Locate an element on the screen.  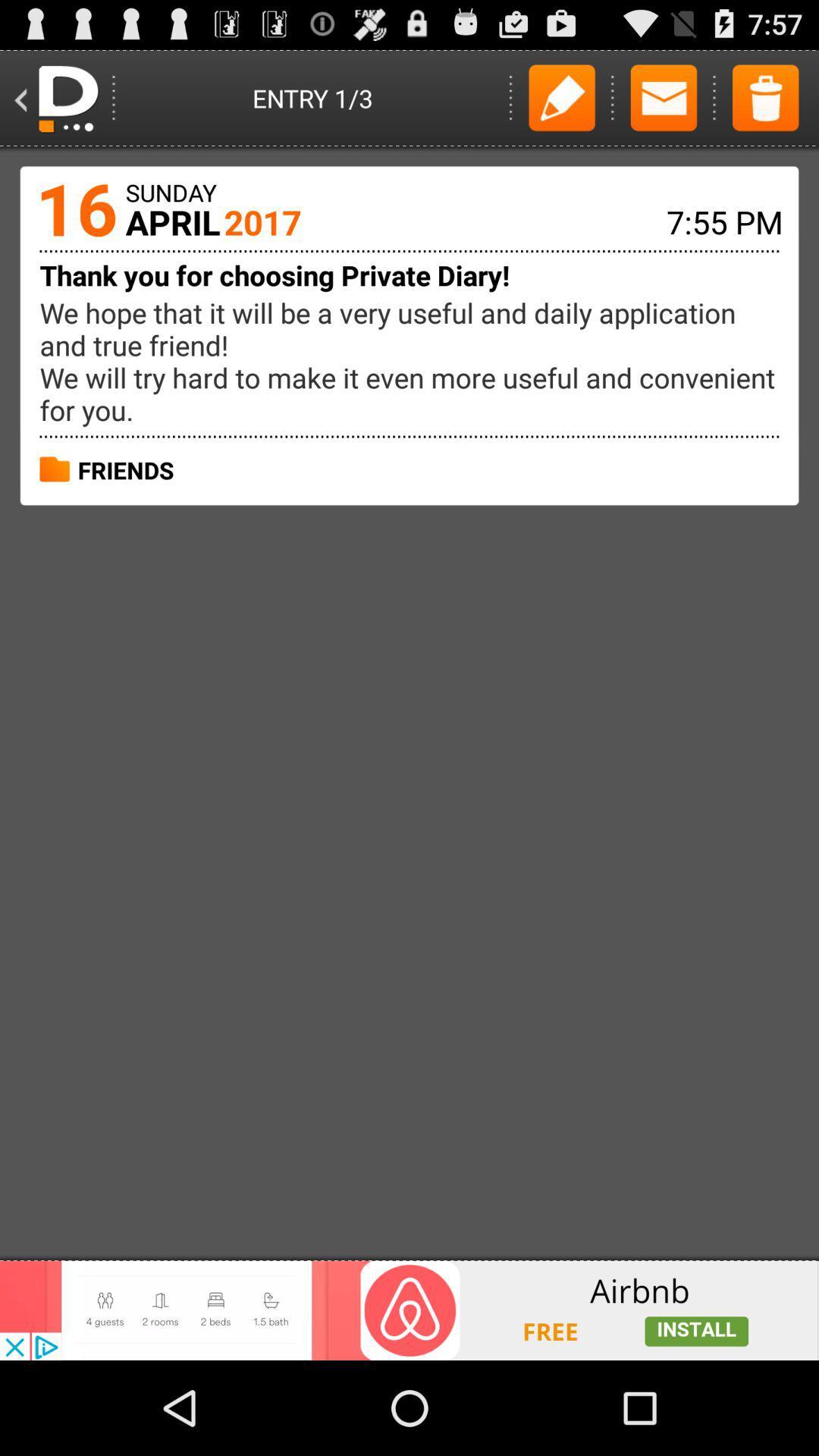
the delete icon is located at coordinates (765, 104).